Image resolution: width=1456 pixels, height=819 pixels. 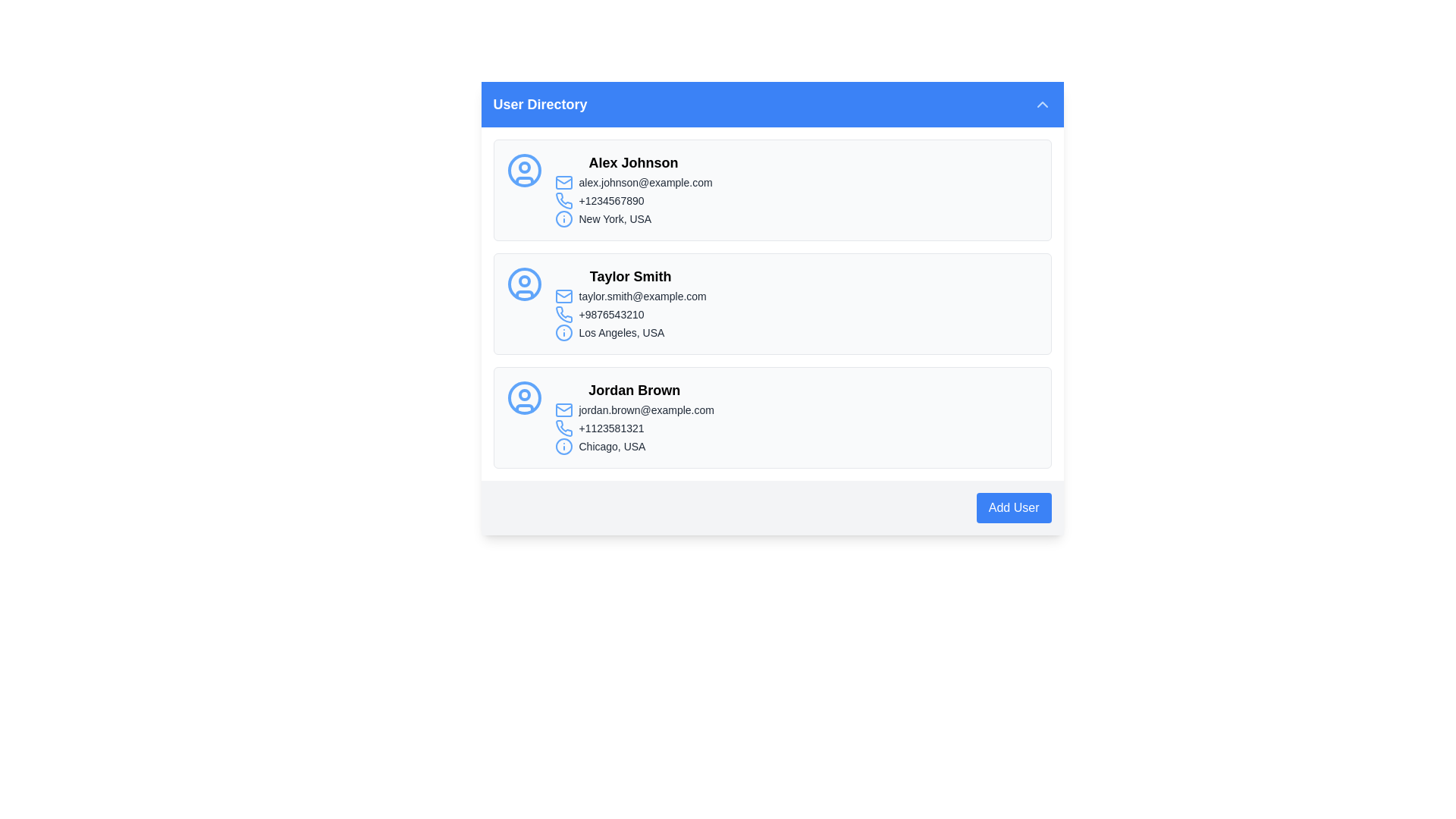 I want to click on information provided in the text label displaying 'Los Angeles, USA' located in the bottom row of the contact card for 'Taylor Smith.', so click(x=630, y=332).